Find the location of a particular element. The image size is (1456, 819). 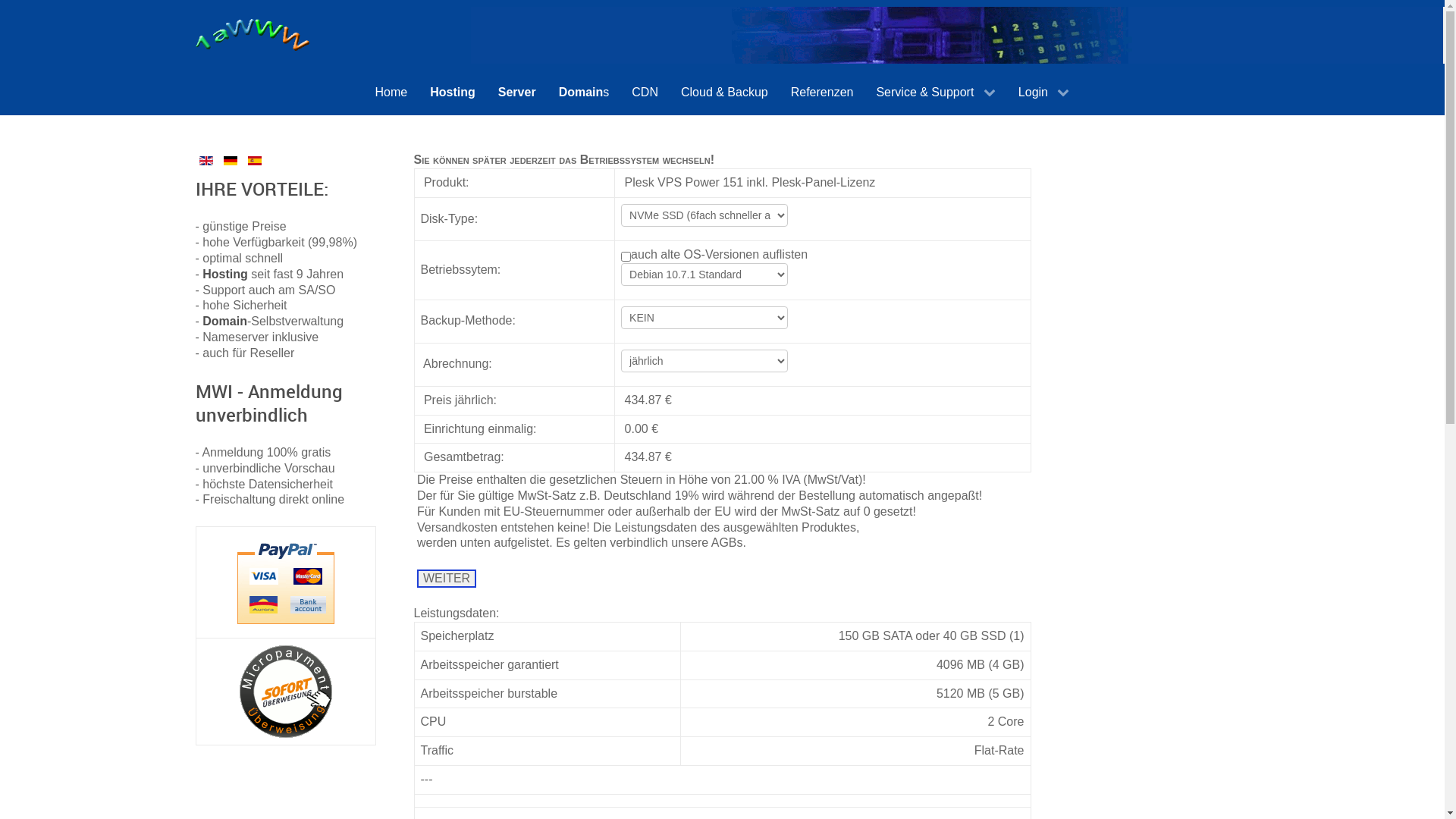

'Login' is located at coordinates (1007, 93).